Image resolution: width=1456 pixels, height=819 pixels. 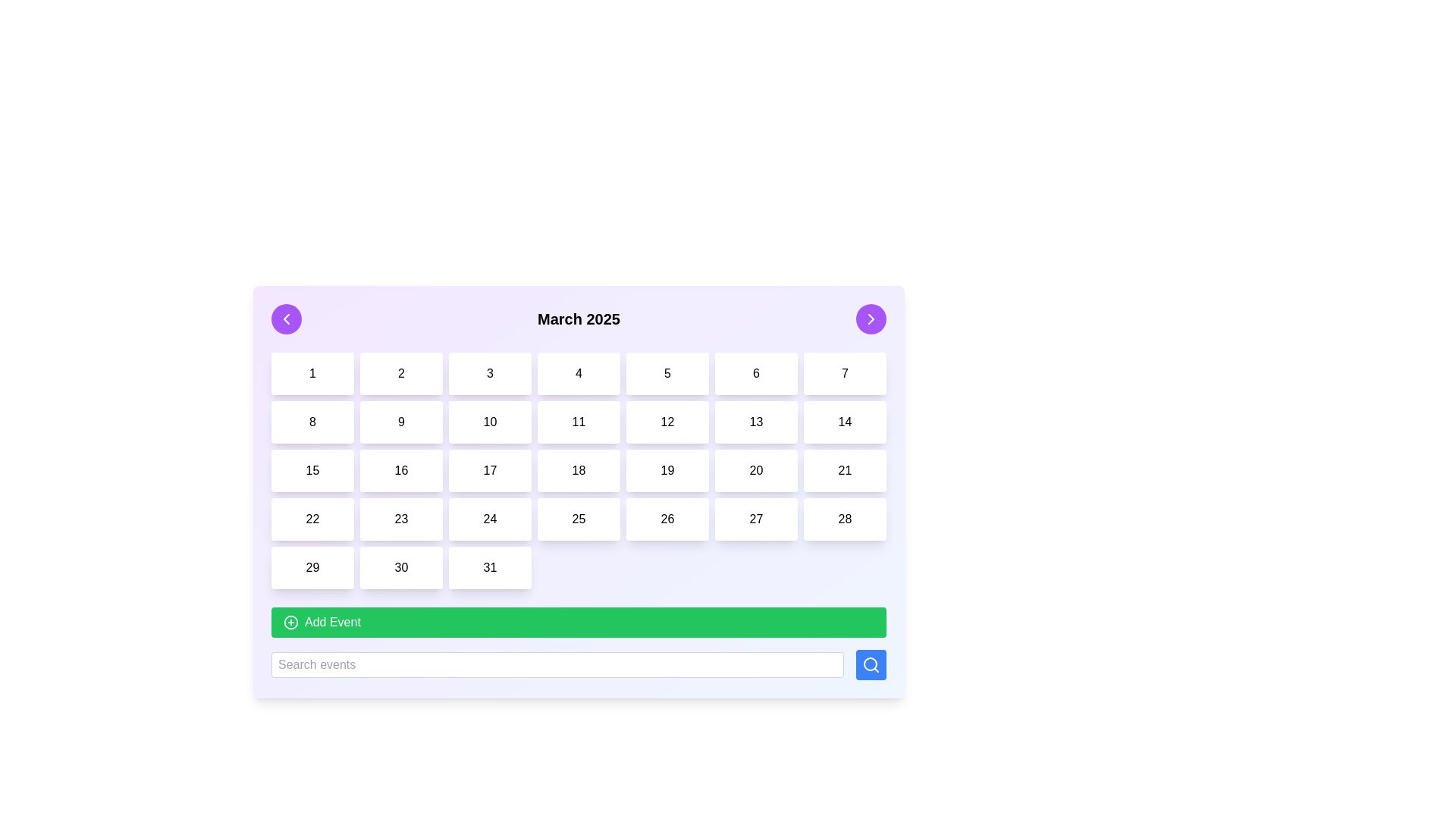 I want to click on the calendar day tile representing the 22nd day, so click(x=312, y=519).